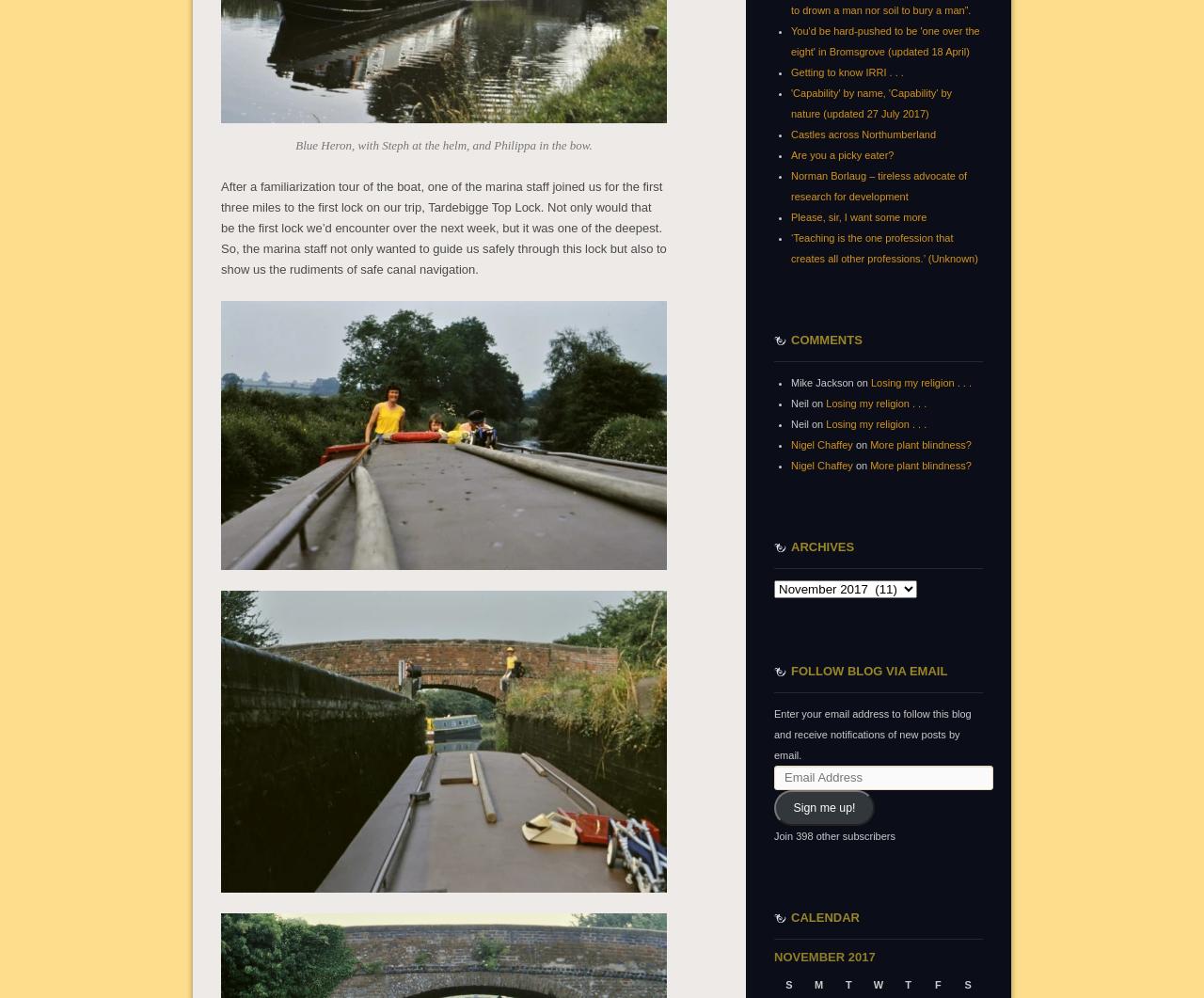 Image resolution: width=1204 pixels, height=998 pixels. Describe the element at coordinates (868, 670) in the screenshot. I see `'Follow Blog via Email'` at that location.